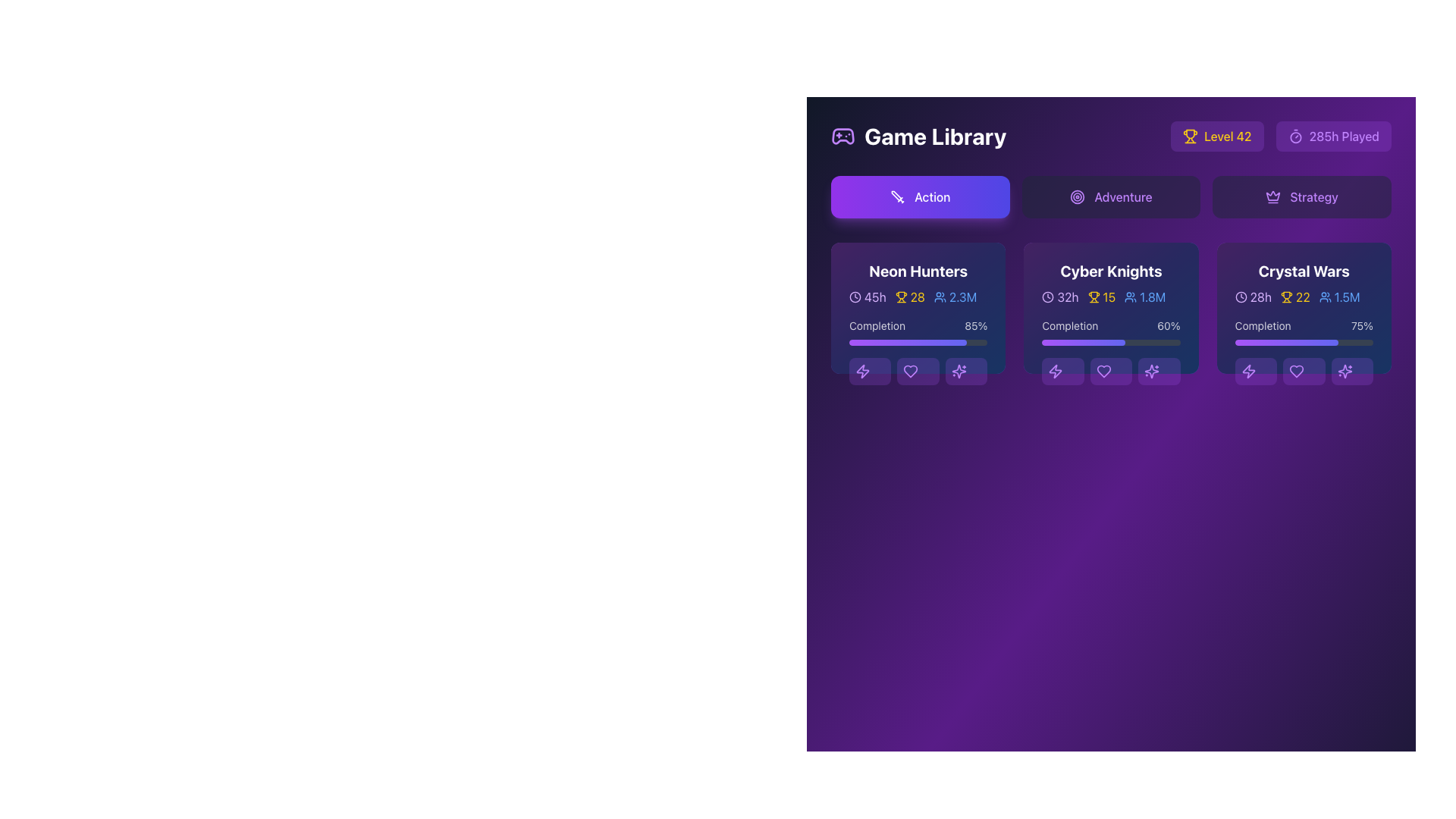 The width and height of the screenshot is (1456, 819). Describe the element at coordinates (843, 136) in the screenshot. I see `the game controller icon with a purple hue located at the far left of the 'Game Library' title in the header section` at that location.